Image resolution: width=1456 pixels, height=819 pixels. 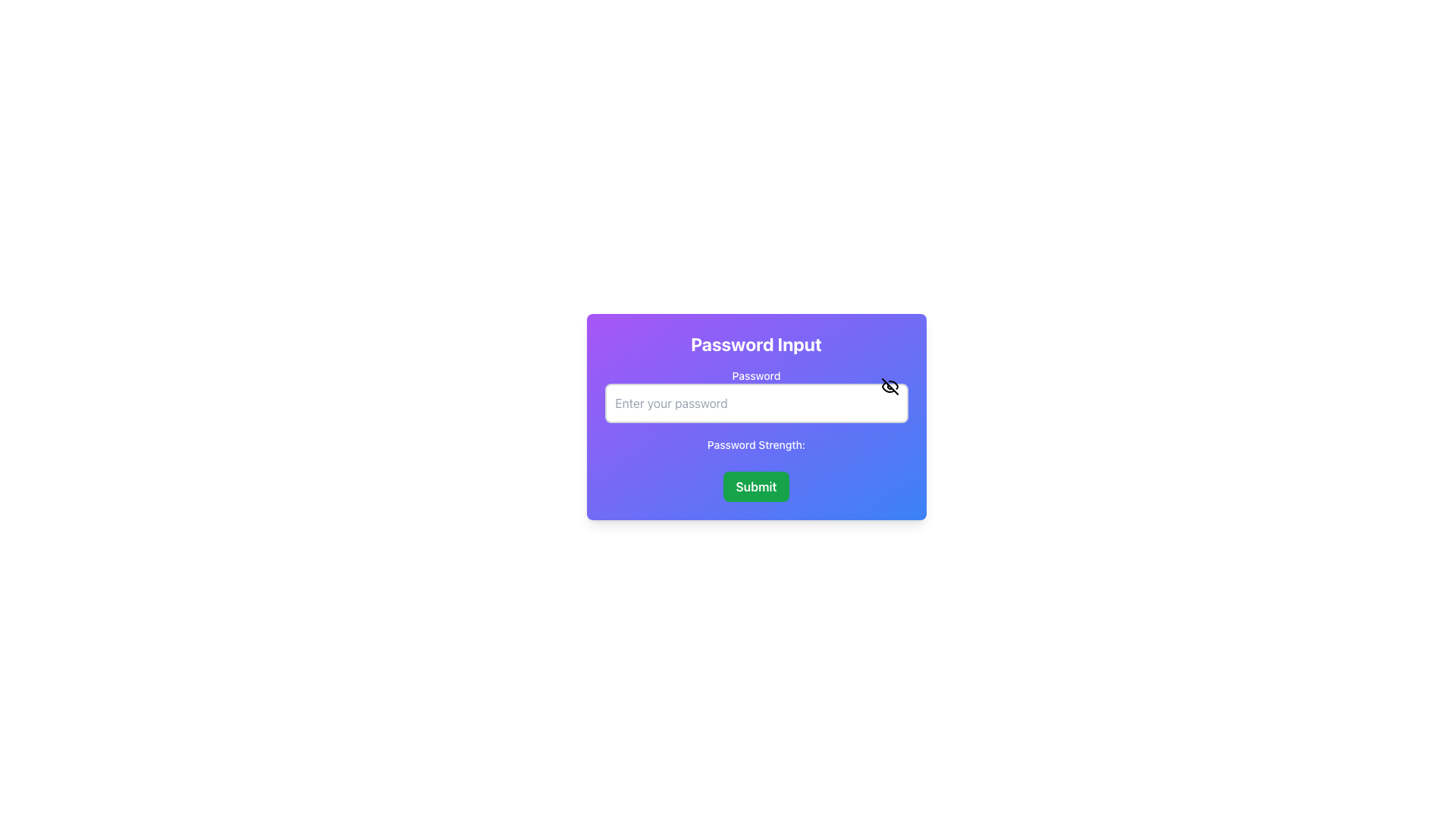 I want to click on Text Label that provides contextual information about the strength of the password entered by the user, located slightly to the left of the page center, immediately below the password input field, so click(x=756, y=444).